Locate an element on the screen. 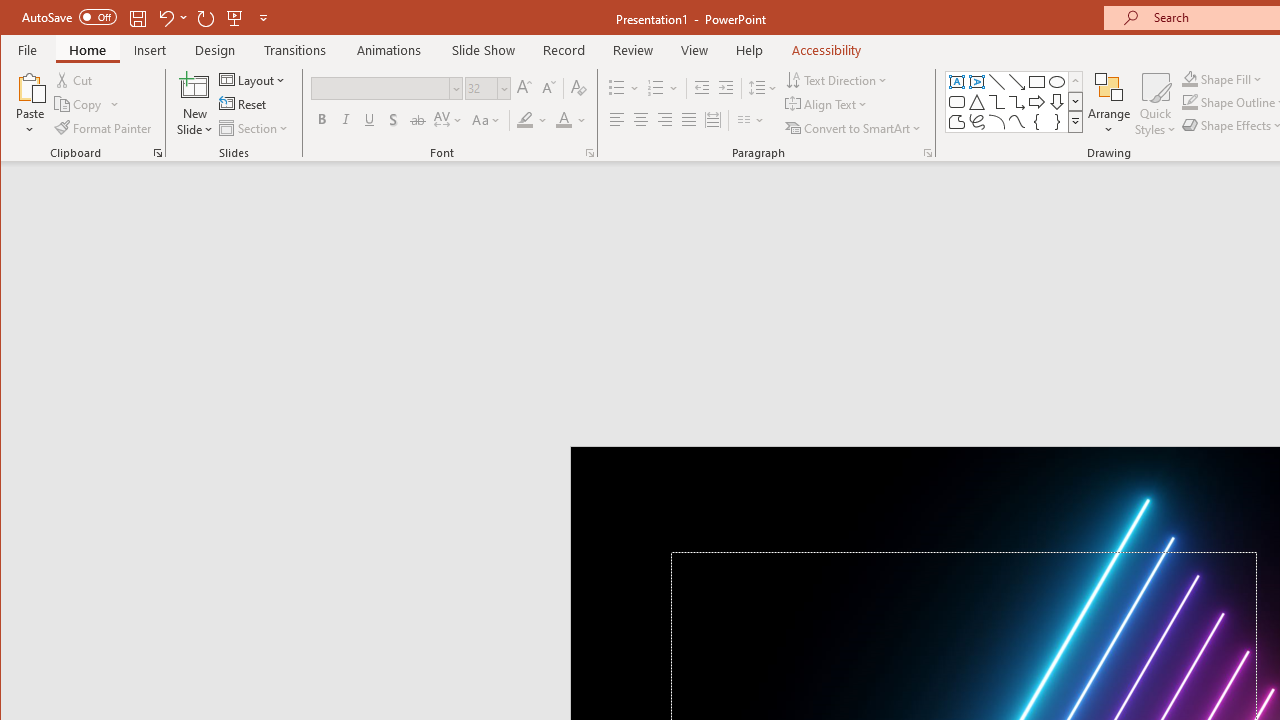 This screenshot has width=1280, height=720. 'Freeform: Scribble' is located at coordinates (976, 122).